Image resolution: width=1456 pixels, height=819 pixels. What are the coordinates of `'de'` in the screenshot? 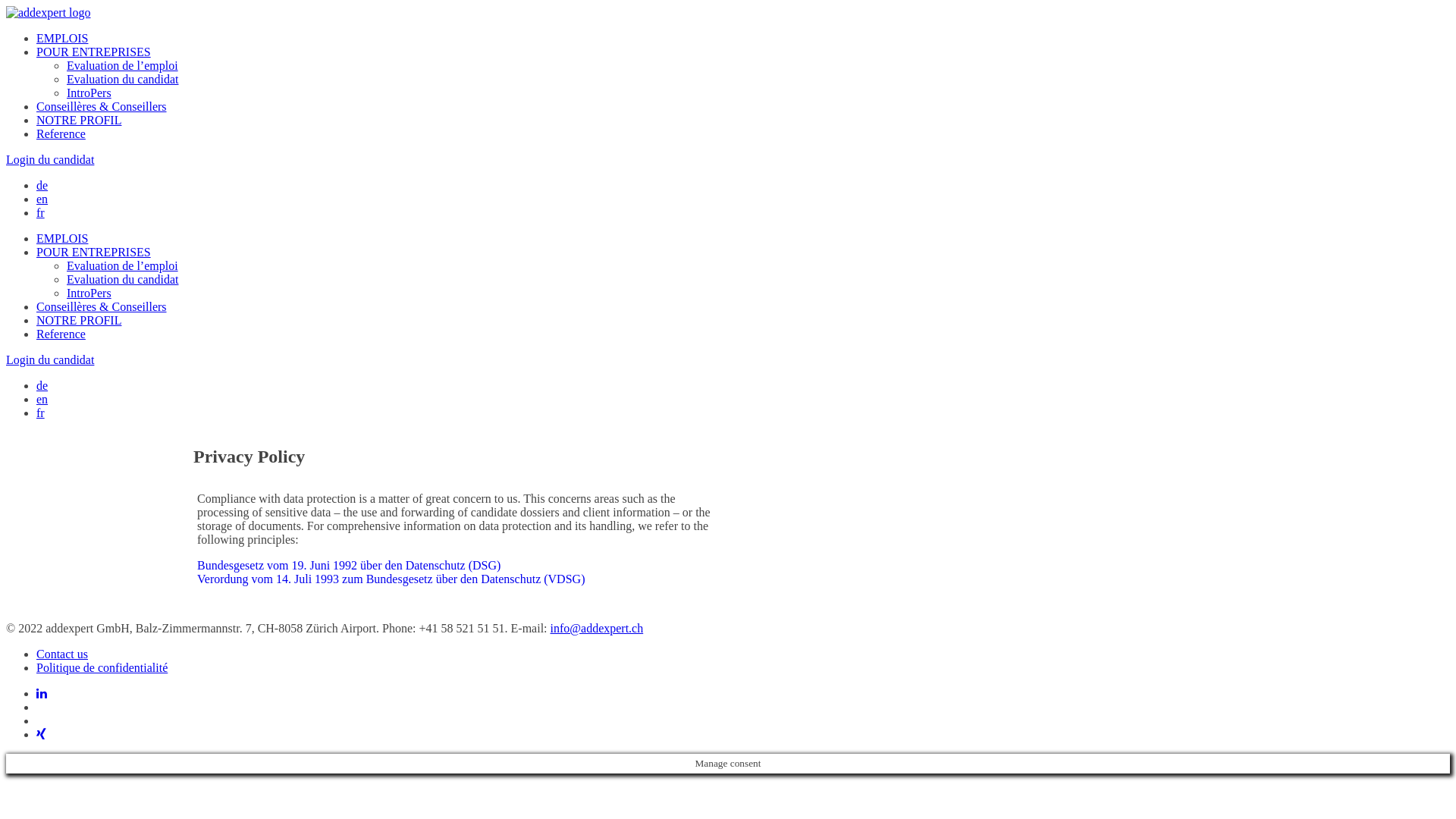 It's located at (42, 184).